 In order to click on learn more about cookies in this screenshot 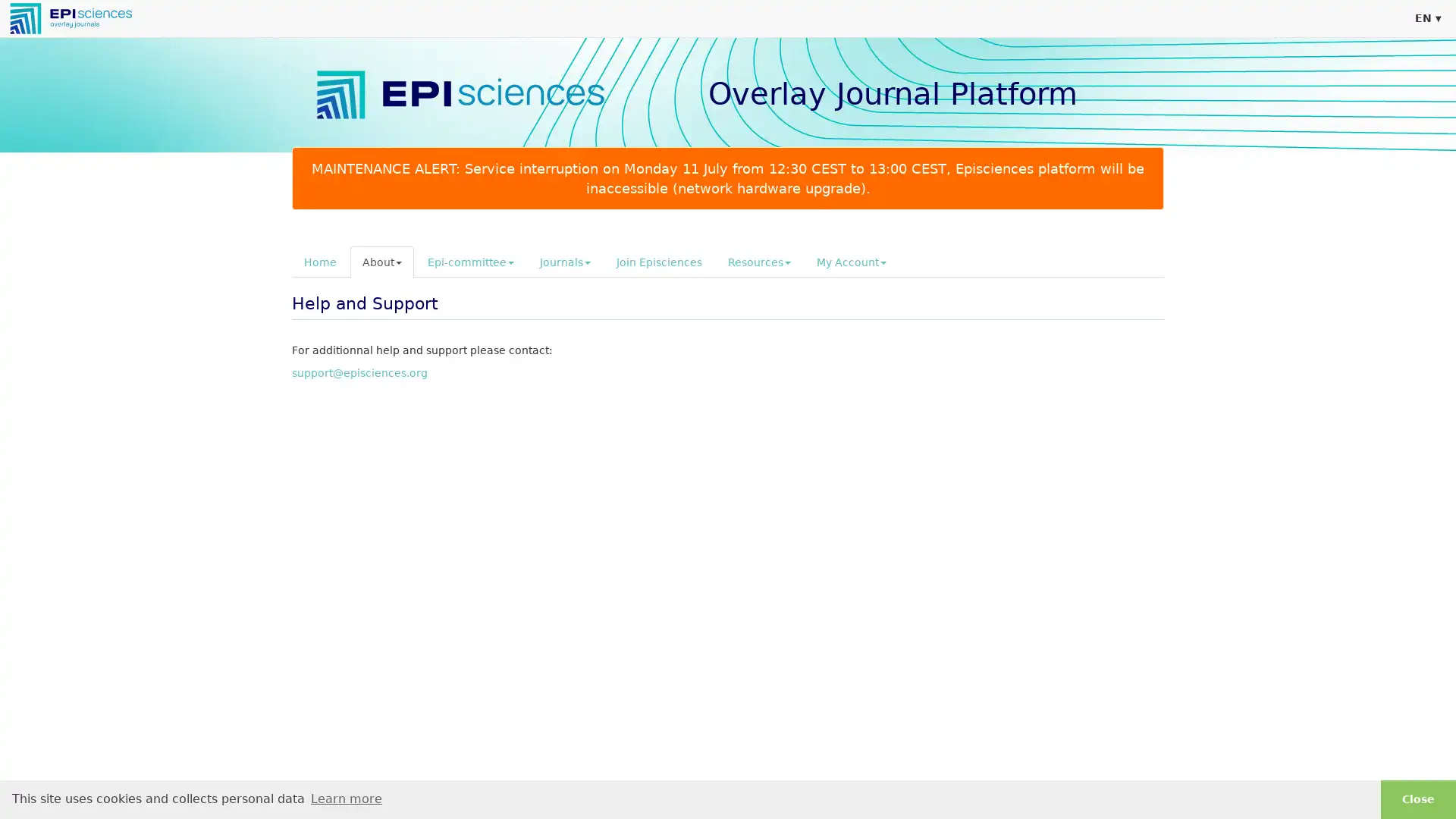, I will do `click(345, 798)`.